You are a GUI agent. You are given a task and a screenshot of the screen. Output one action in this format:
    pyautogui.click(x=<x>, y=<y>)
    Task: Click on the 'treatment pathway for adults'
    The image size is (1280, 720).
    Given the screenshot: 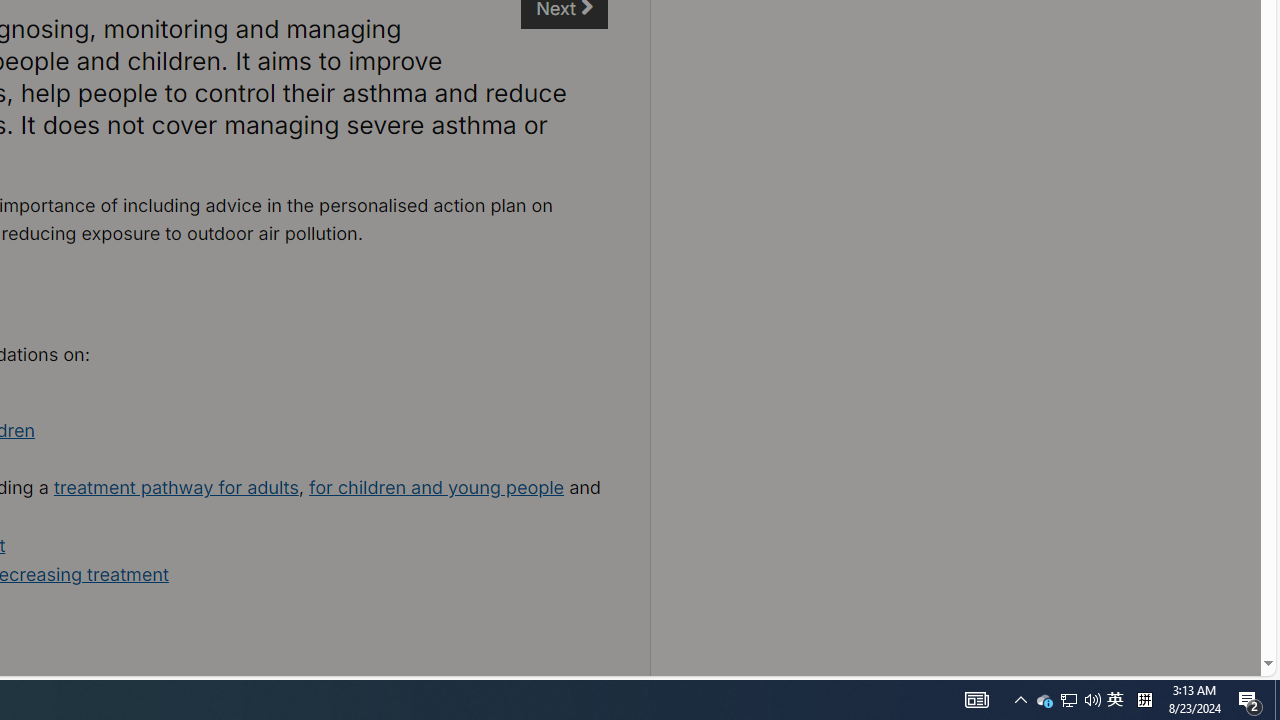 What is the action you would take?
    pyautogui.click(x=176, y=487)
    